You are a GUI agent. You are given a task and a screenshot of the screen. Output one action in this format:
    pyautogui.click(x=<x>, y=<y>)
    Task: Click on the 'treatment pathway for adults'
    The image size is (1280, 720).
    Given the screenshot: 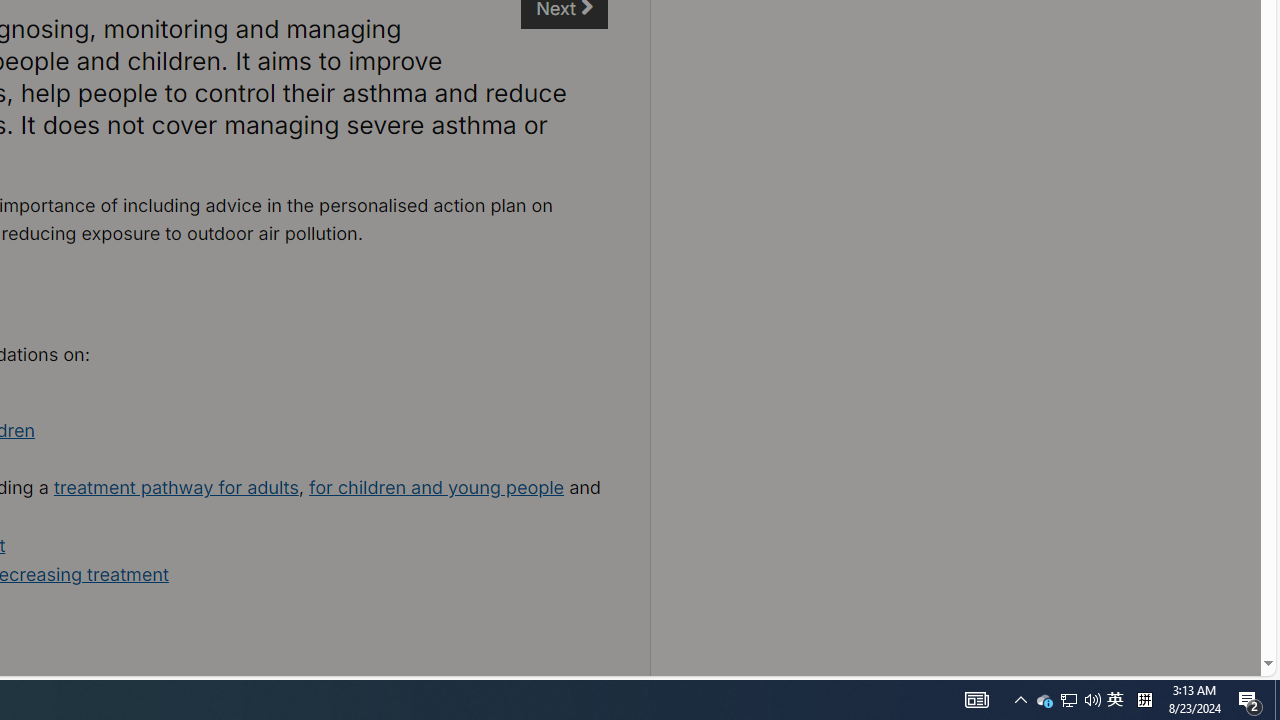 What is the action you would take?
    pyautogui.click(x=176, y=487)
    